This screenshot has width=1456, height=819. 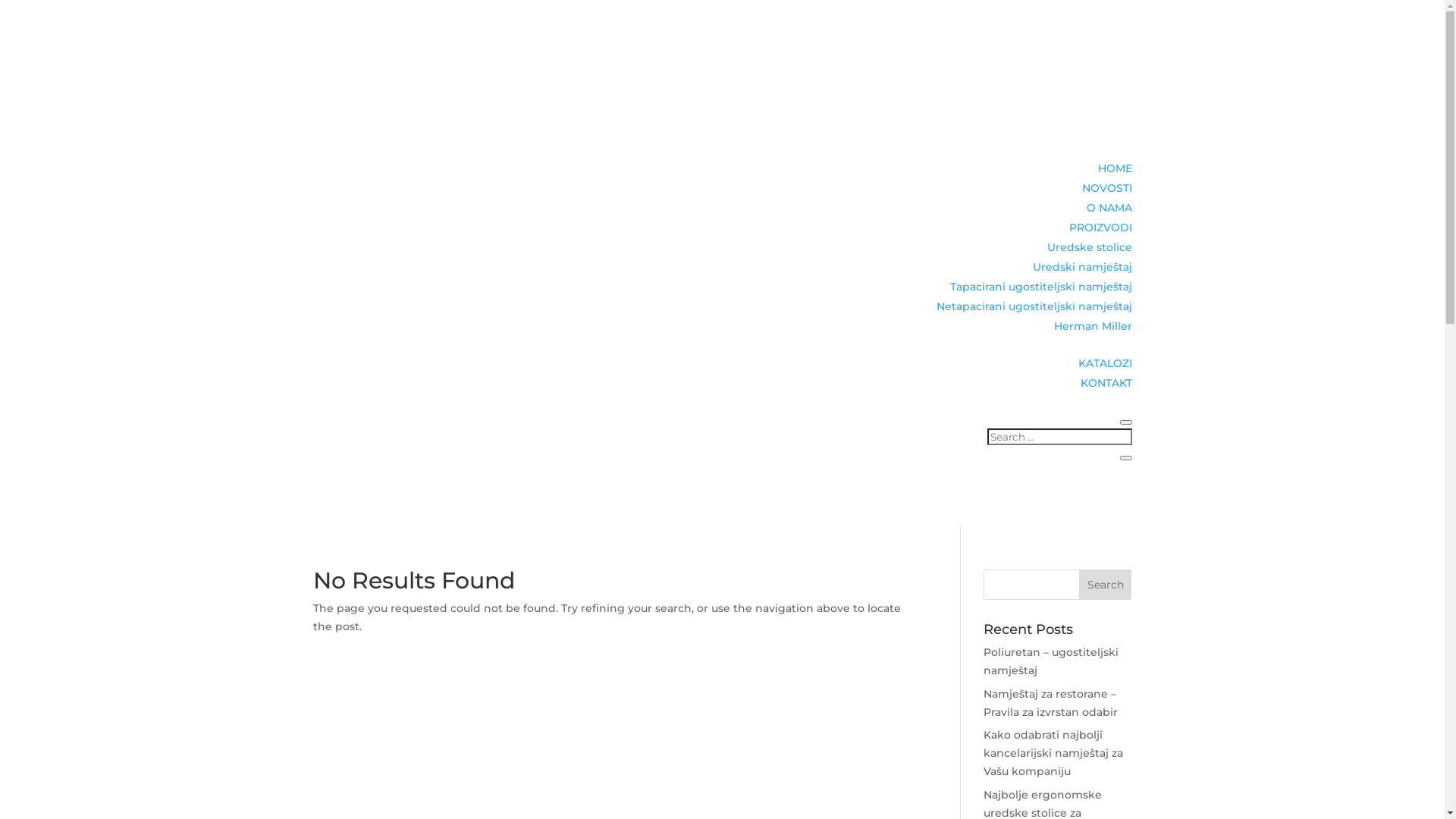 What do you see at coordinates (1105, 362) in the screenshot?
I see `'KATALOZI'` at bounding box center [1105, 362].